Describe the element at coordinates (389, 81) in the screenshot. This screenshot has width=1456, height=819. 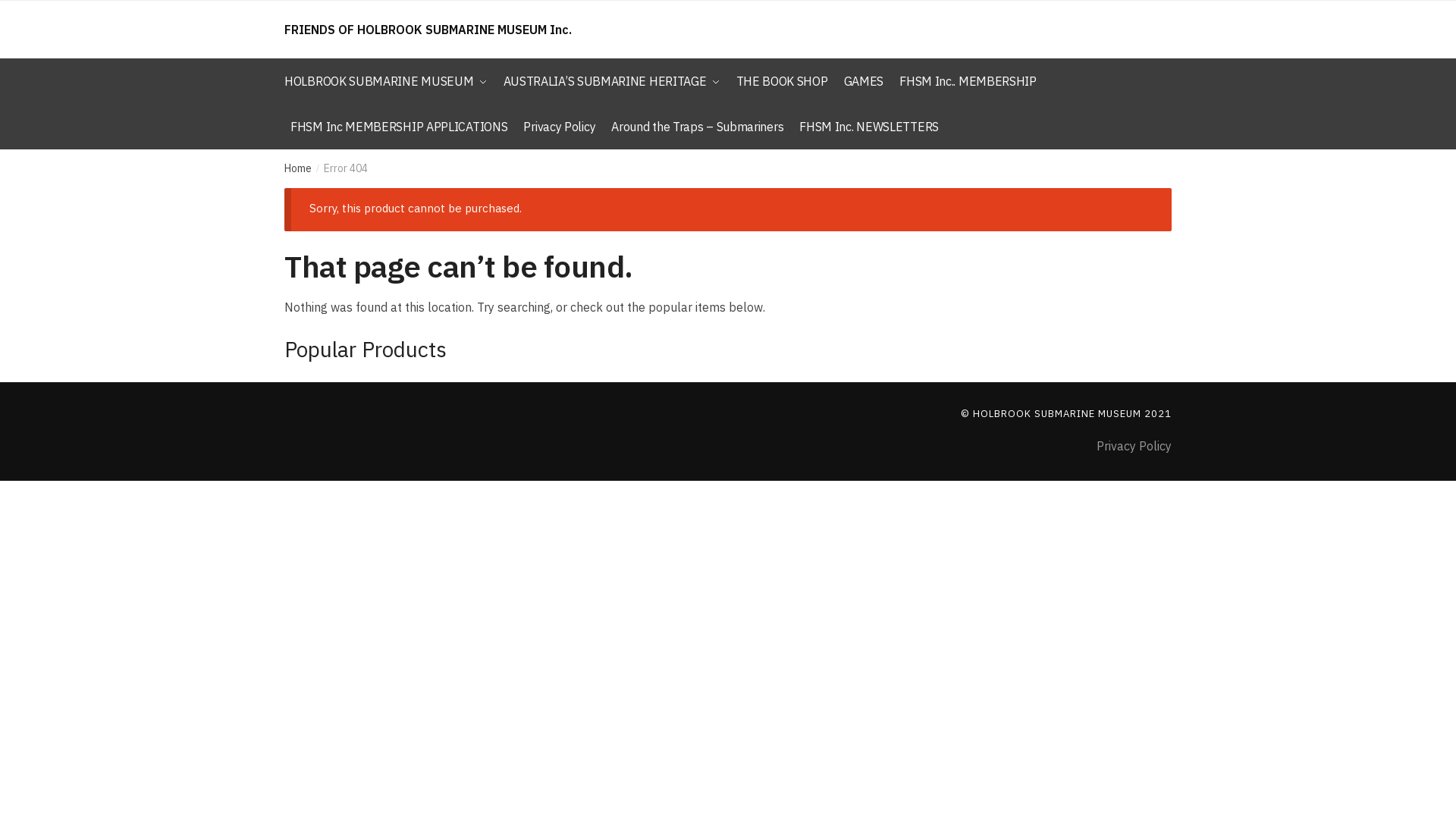
I see `'HOLBROOK SUBMARINE MUSEUM'` at that location.